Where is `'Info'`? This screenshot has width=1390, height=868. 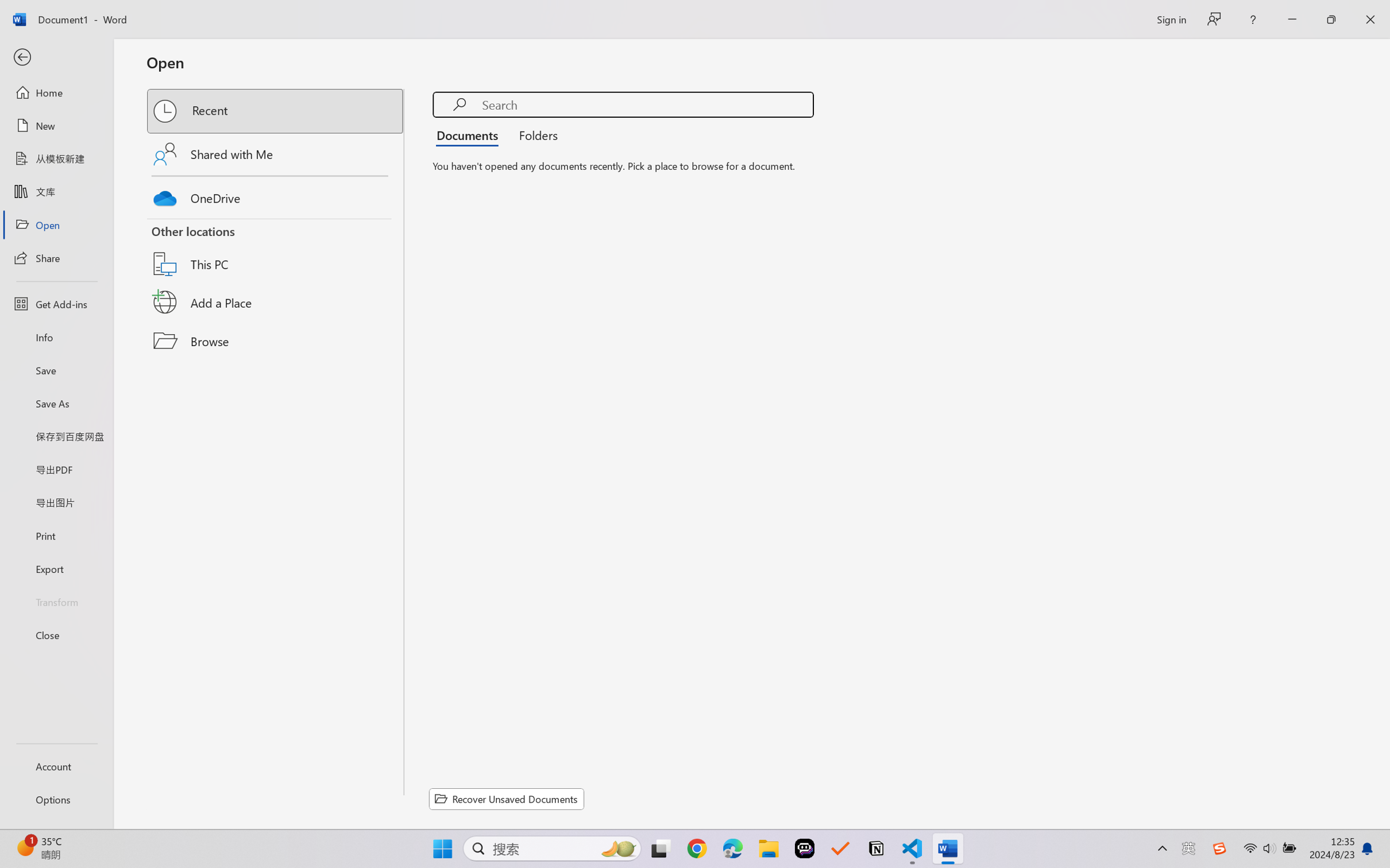
'Info' is located at coordinates (56, 336).